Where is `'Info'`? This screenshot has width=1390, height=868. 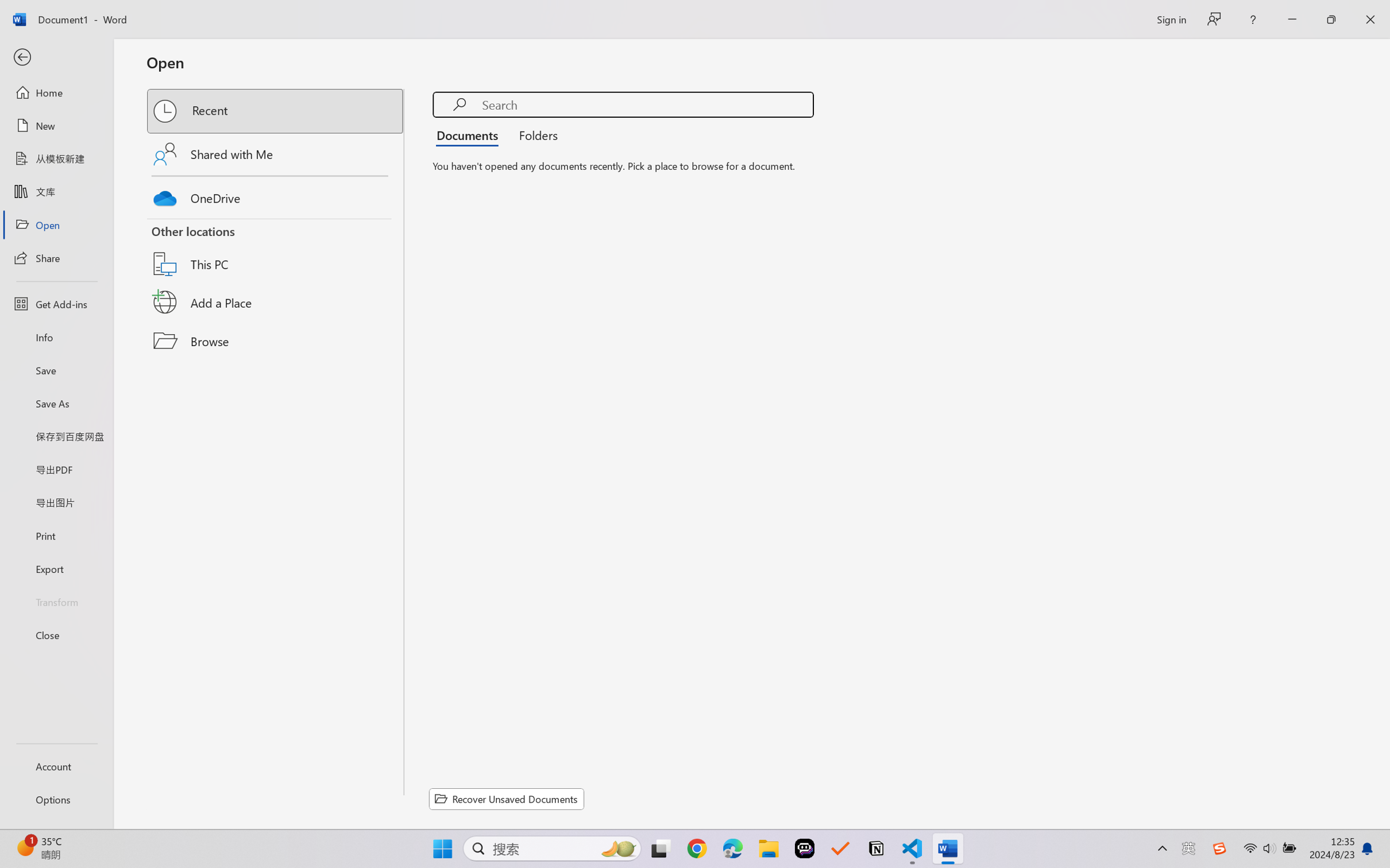
'Info' is located at coordinates (56, 336).